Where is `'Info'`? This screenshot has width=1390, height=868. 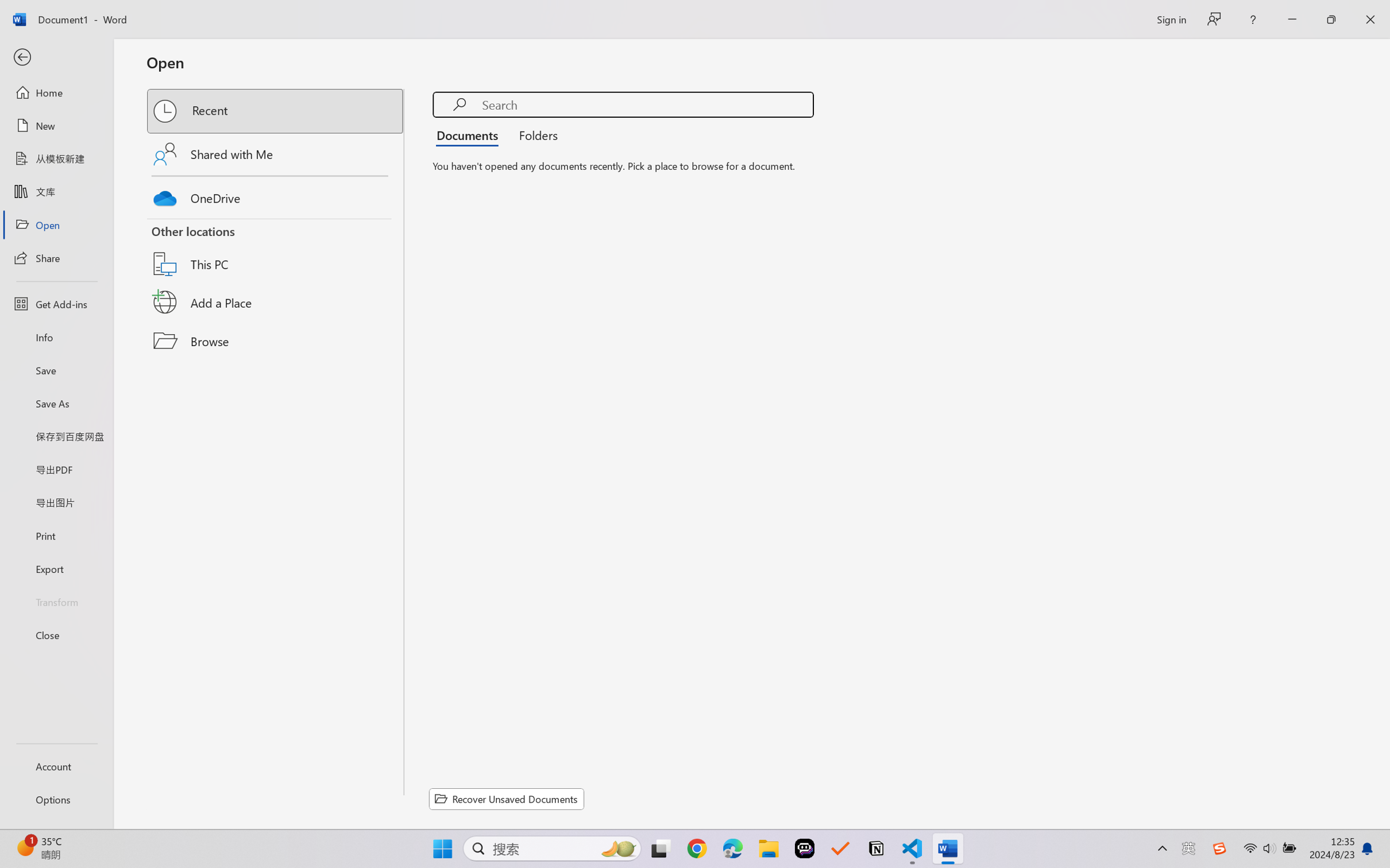
'Info' is located at coordinates (56, 336).